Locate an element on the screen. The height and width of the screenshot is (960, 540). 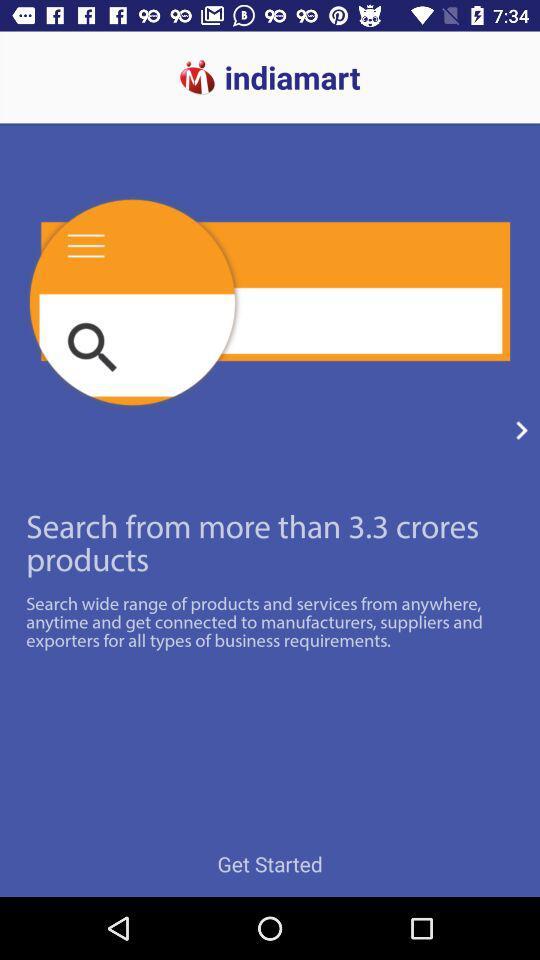
the arrow_forward icon is located at coordinates (521, 430).